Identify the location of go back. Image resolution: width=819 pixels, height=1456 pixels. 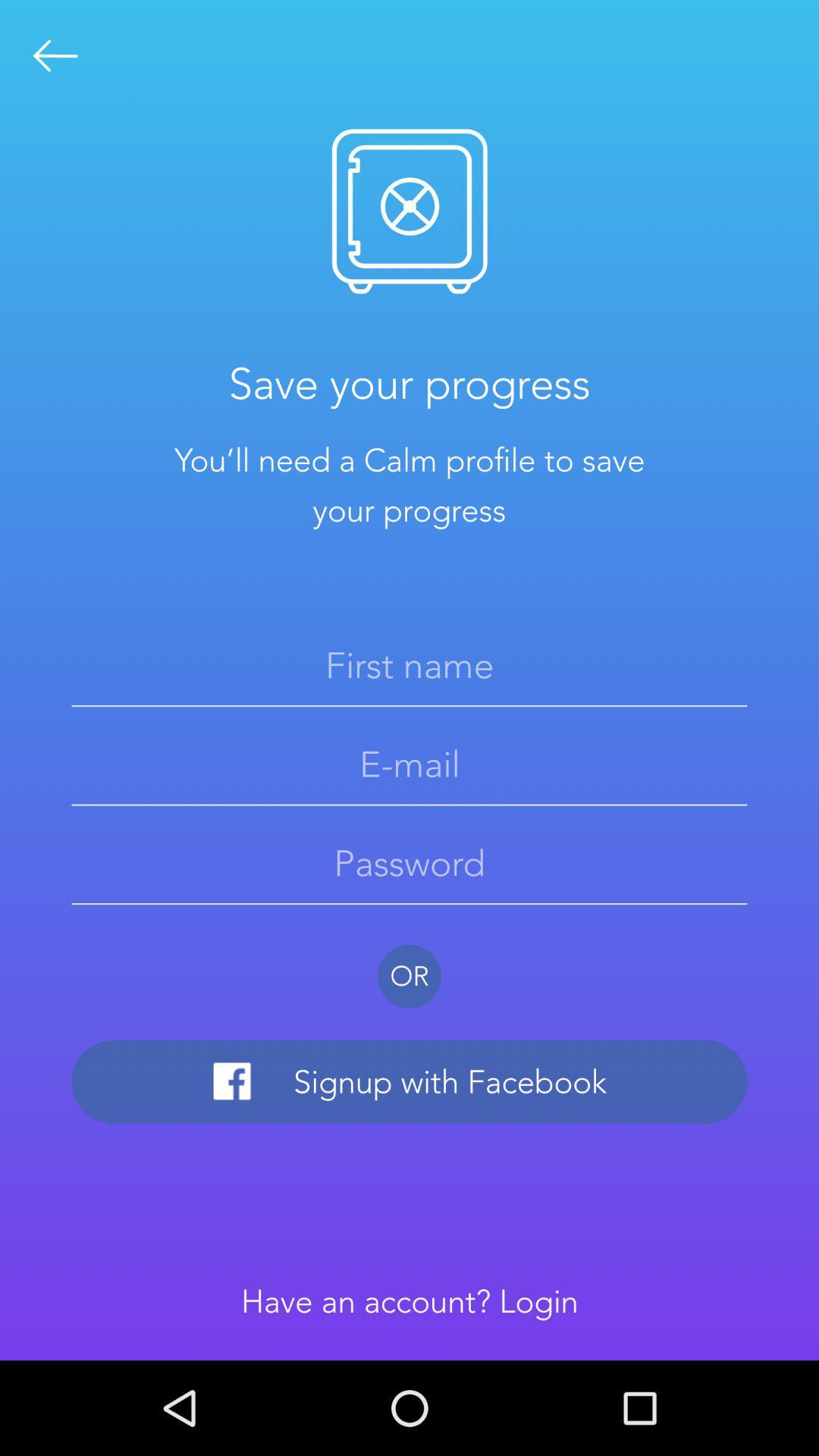
(55, 55).